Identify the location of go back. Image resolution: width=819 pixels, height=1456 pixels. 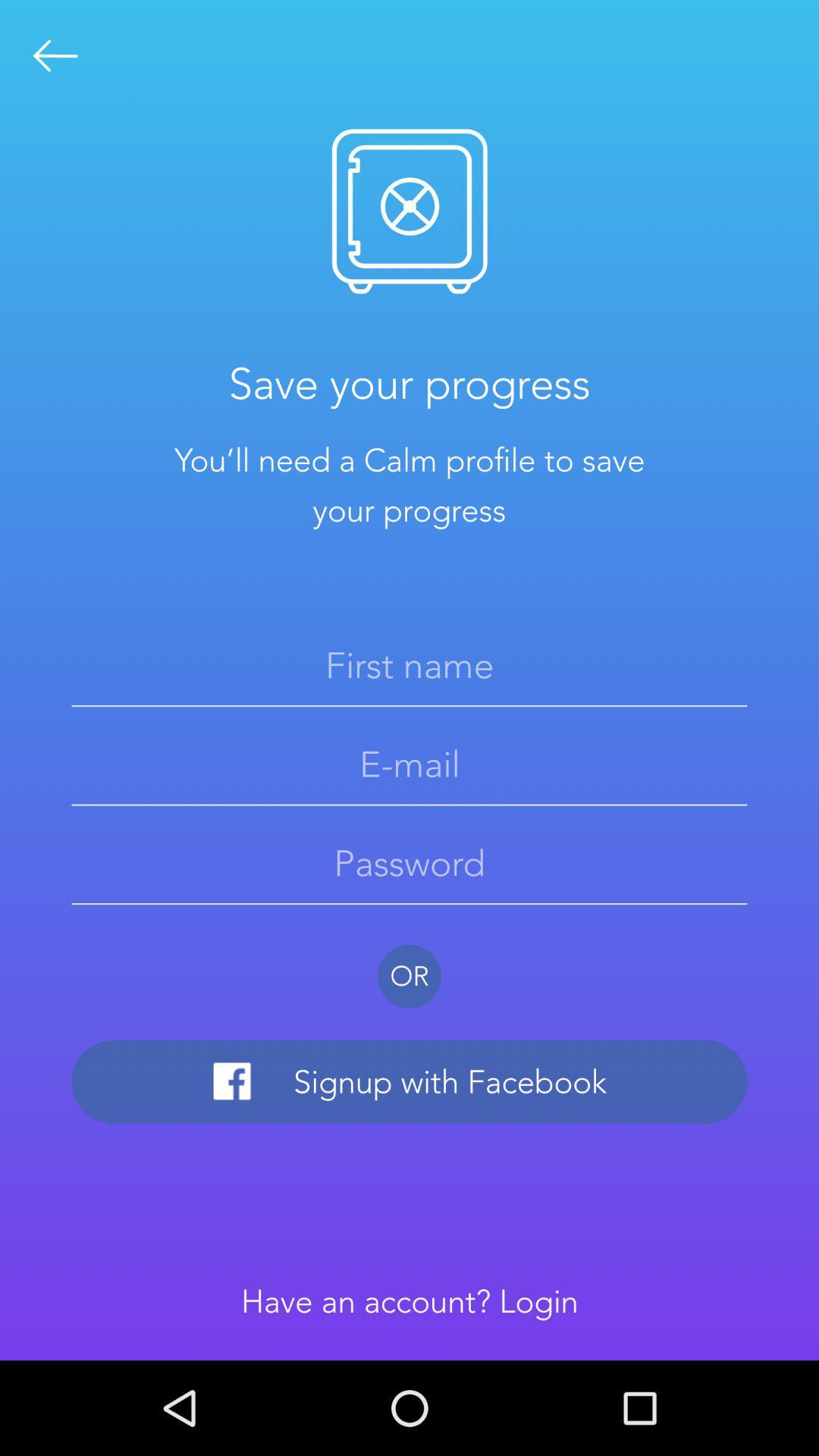
(55, 55).